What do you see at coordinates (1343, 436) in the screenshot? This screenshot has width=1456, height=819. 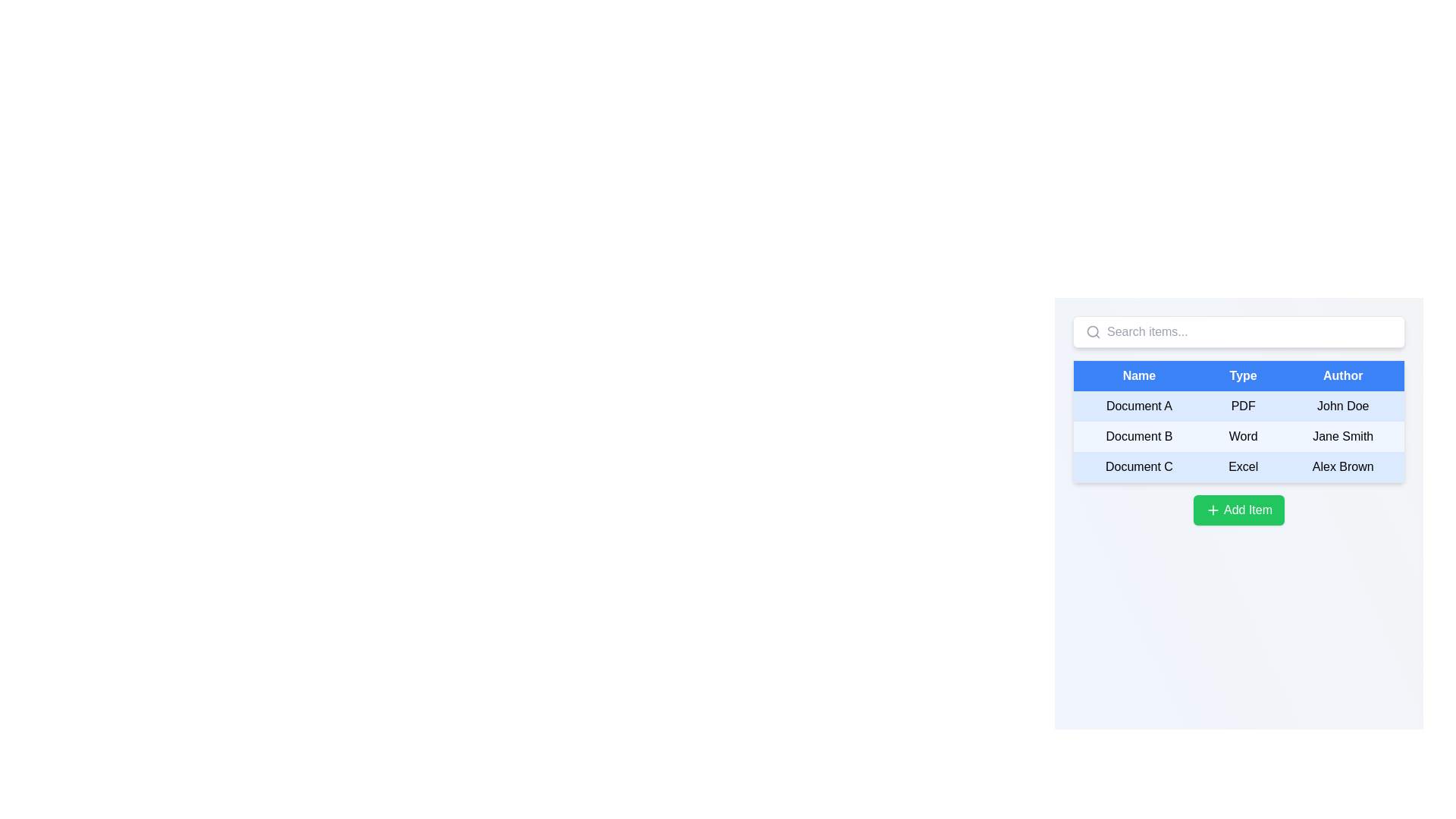 I see `the text element displaying 'Jane Smith' located in the 'Author' column of the table, specifically in the third column of the second row, adjacent to 'Document B' and 'Word'` at bounding box center [1343, 436].